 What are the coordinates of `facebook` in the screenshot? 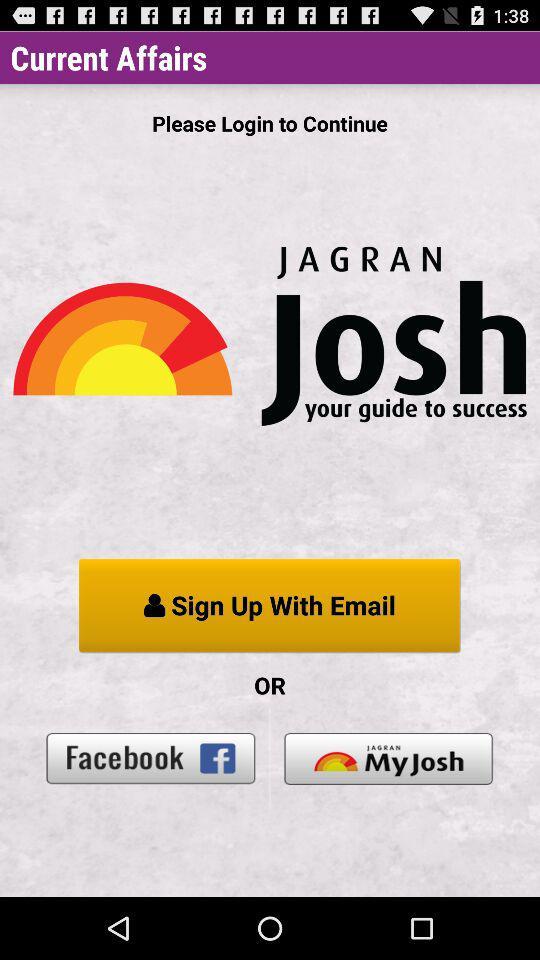 It's located at (150, 757).